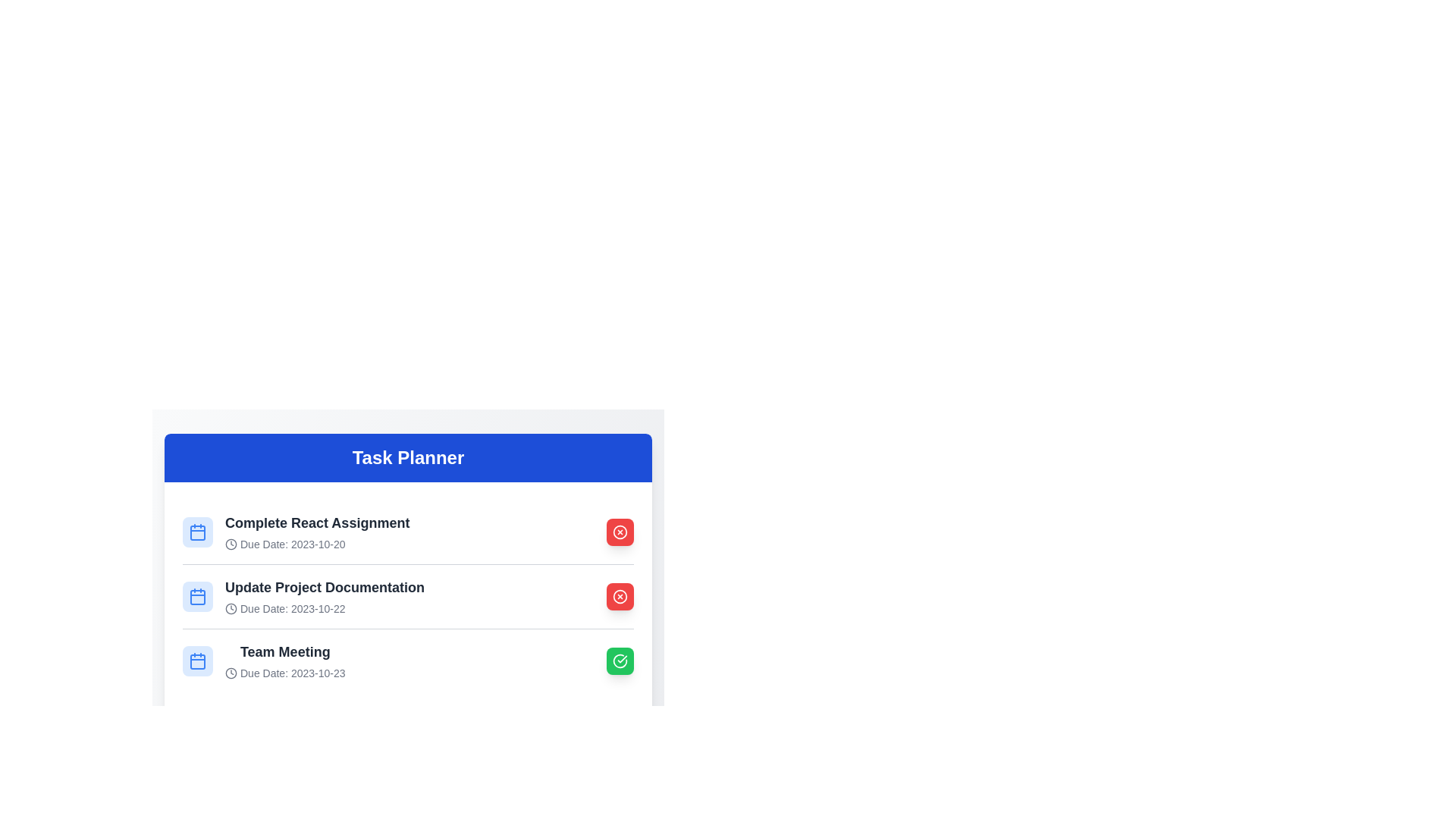  I want to click on the clock icon, which features a circle outline and clock hands, positioned to the left of the 'Due Date: 2023-10-20' text in the 'Complete React Assignment' section under the 'Task Planner' header, so click(231, 543).